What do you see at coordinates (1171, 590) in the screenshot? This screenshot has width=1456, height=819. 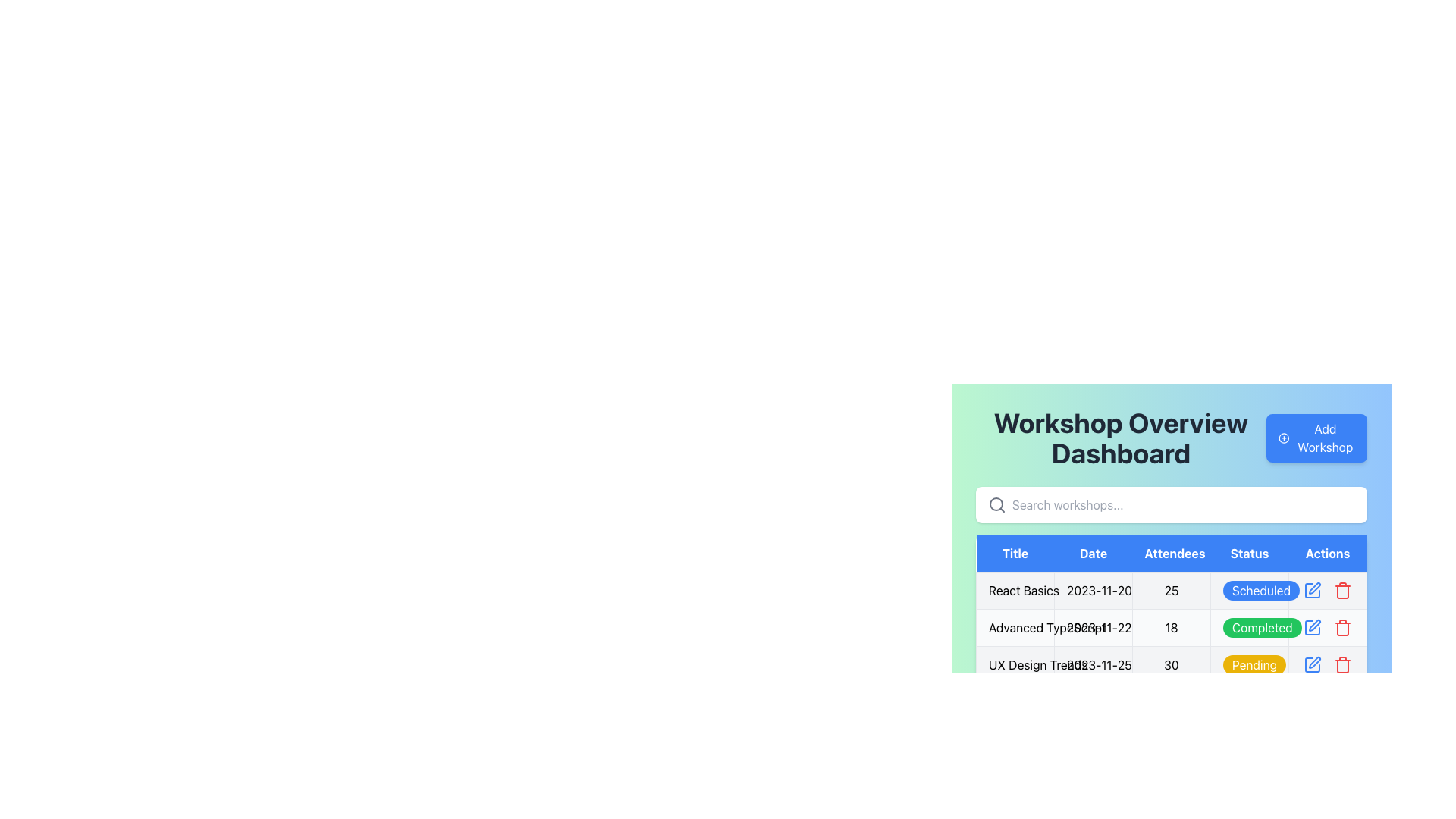 I see `the text label displaying the number of attendees for the 'React Basics' workshop on '2023-11-20', located in the 'Attendees' column` at bounding box center [1171, 590].